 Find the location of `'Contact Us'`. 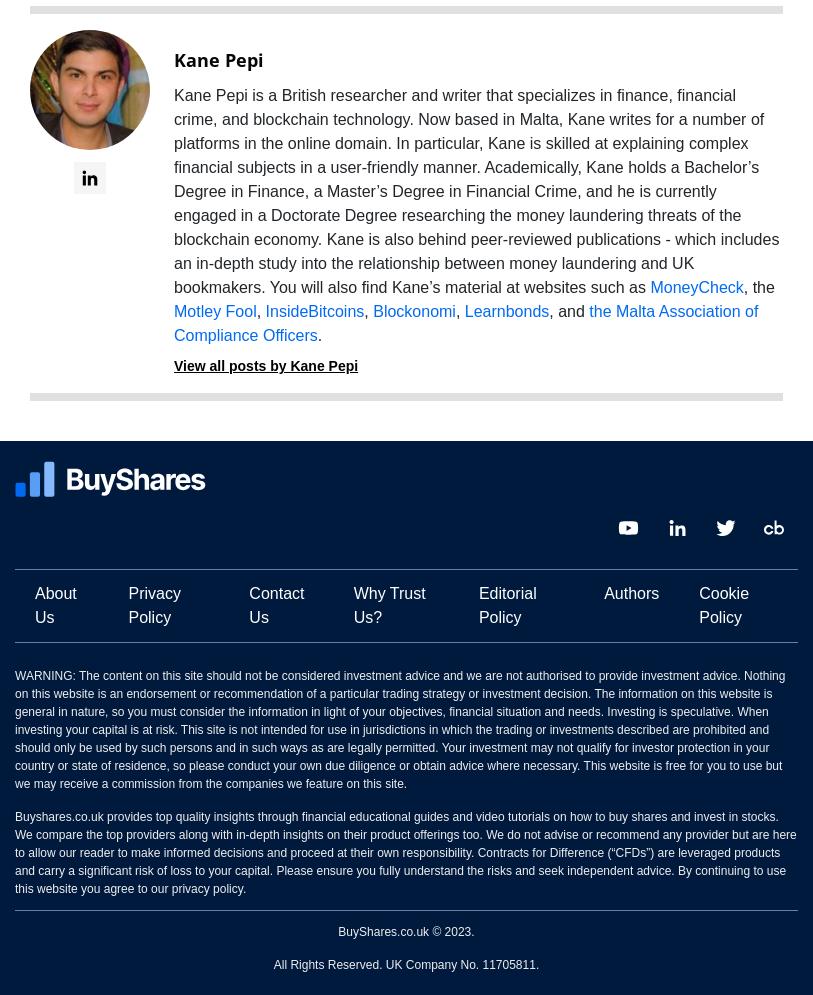

'Contact Us' is located at coordinates (275, 604).